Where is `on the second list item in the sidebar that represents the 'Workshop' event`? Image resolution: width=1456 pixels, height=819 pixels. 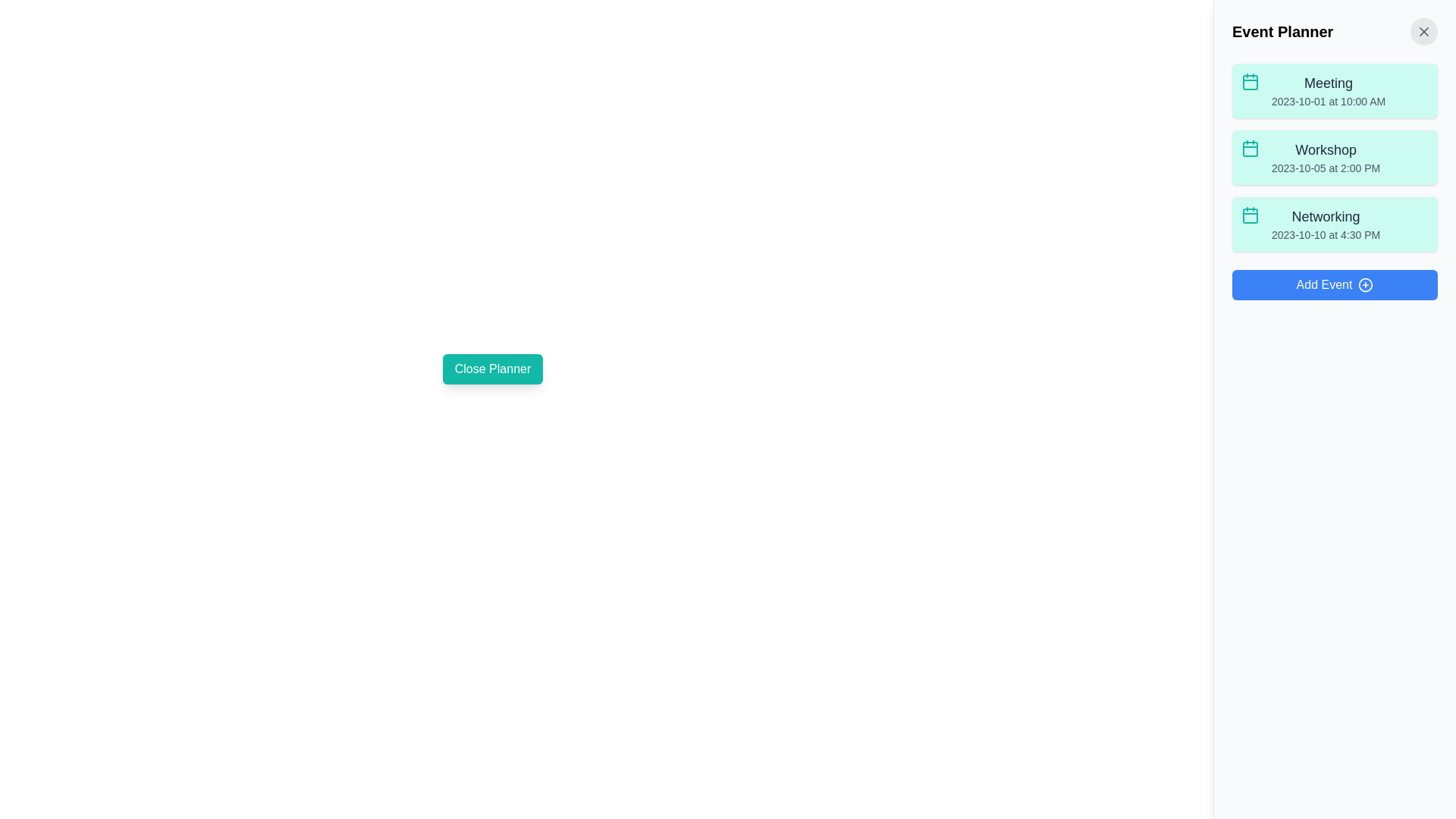 on the second list item in the sidebar that represents the 'Workshop' event is located at coordinates (1335, 158).